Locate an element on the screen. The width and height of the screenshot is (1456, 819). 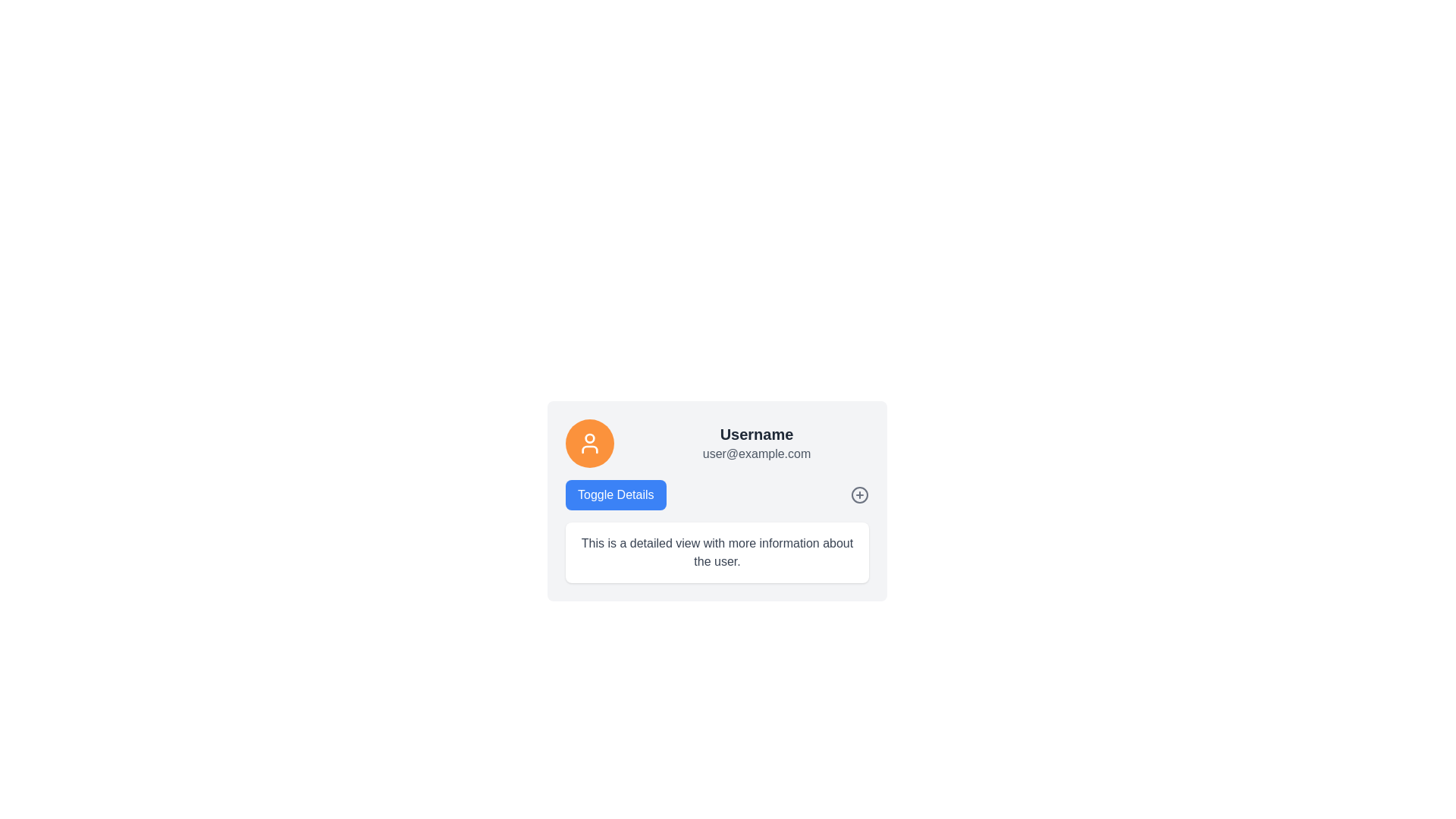
information displayed in the text block located at the bottom section of the user profile box, centered horizontally just below the 'Toggle Details' button is located at coordinates (716, 553).